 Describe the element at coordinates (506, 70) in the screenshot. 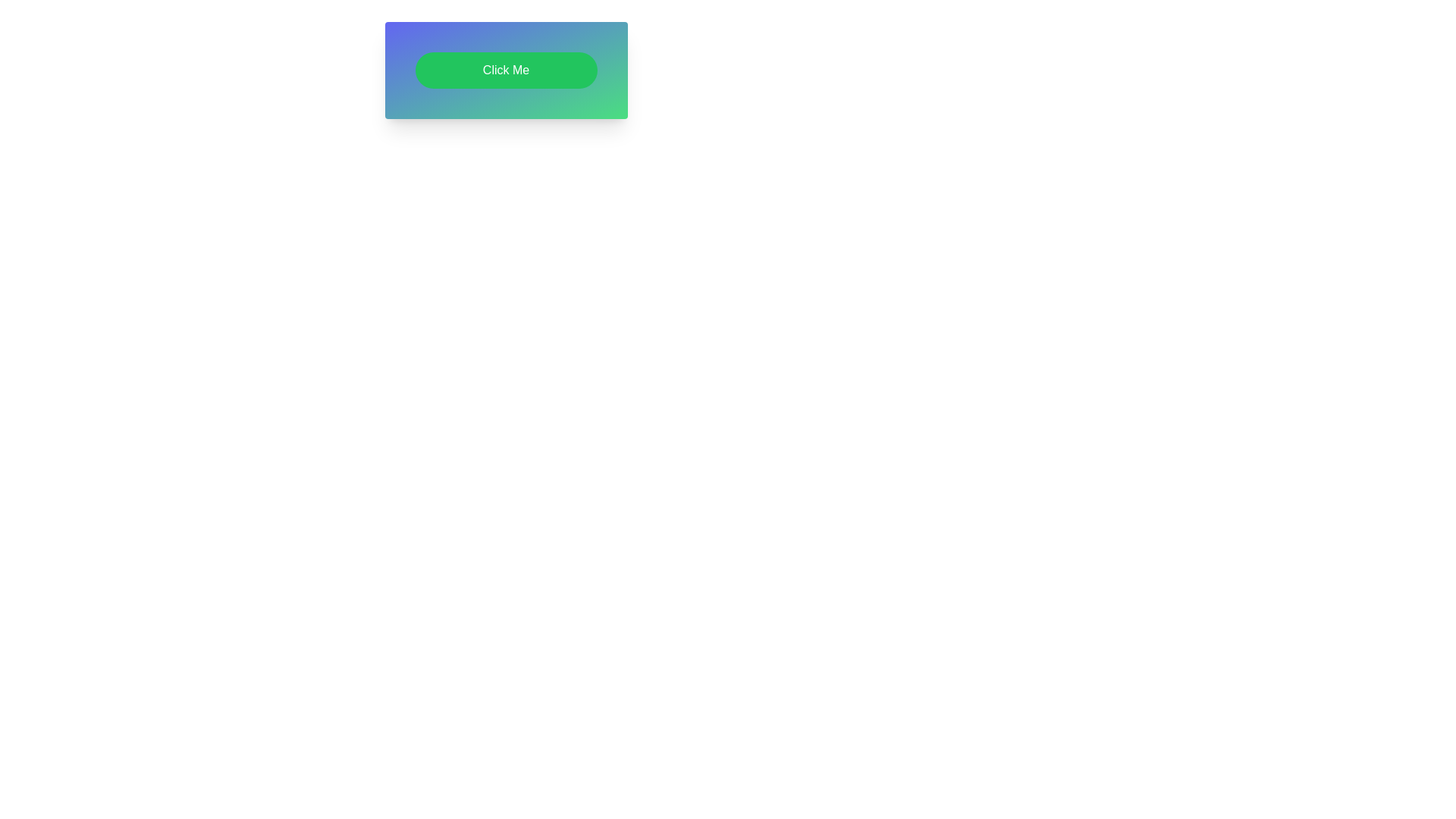

I see `the green rectangular button with rounded corners labeled 'Click Me'` at that location.